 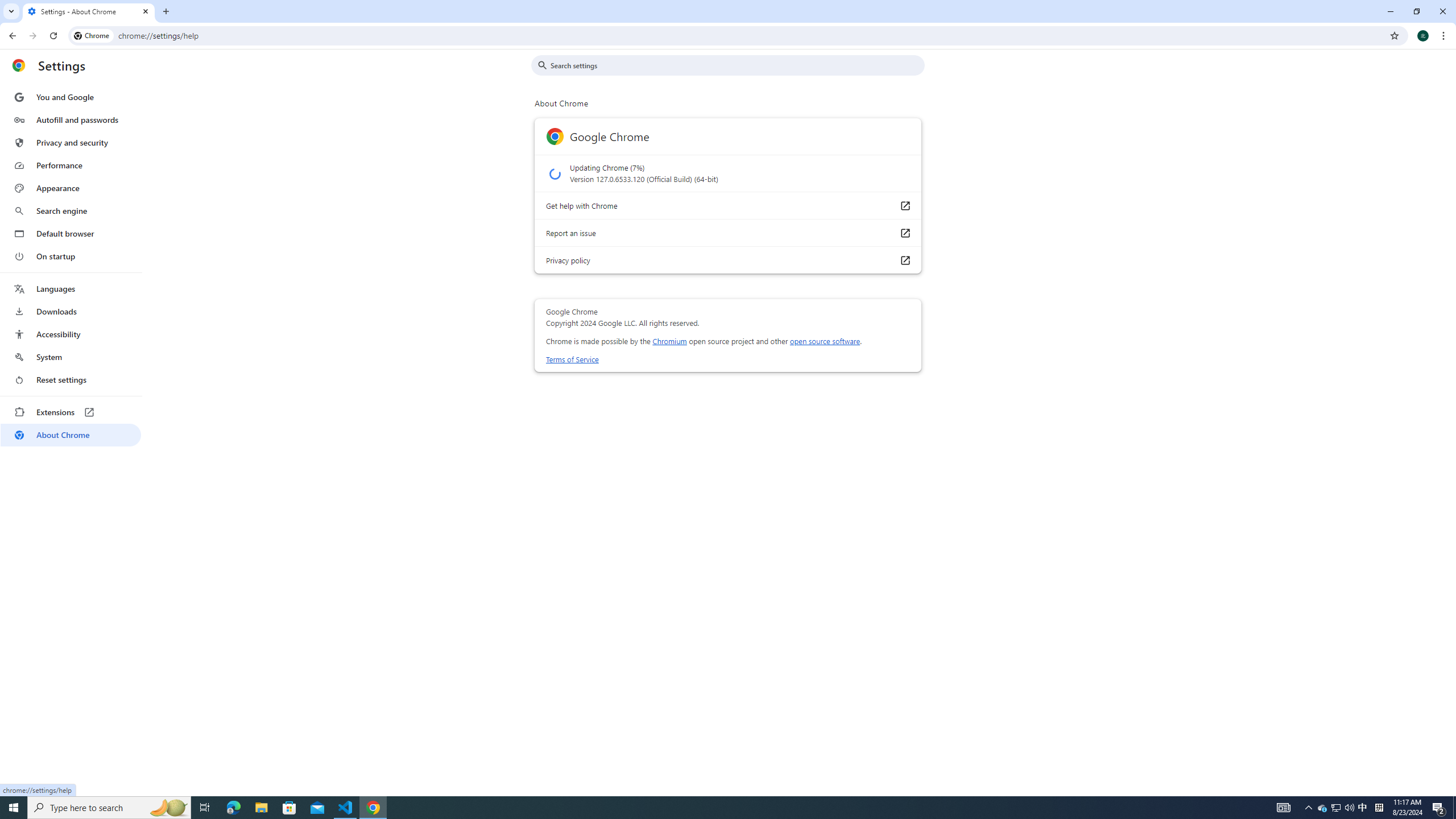 What do you see at coordinates (70, 333) in the screenshot?
I see `'Accessibility'` at bounding box center [70, 333].